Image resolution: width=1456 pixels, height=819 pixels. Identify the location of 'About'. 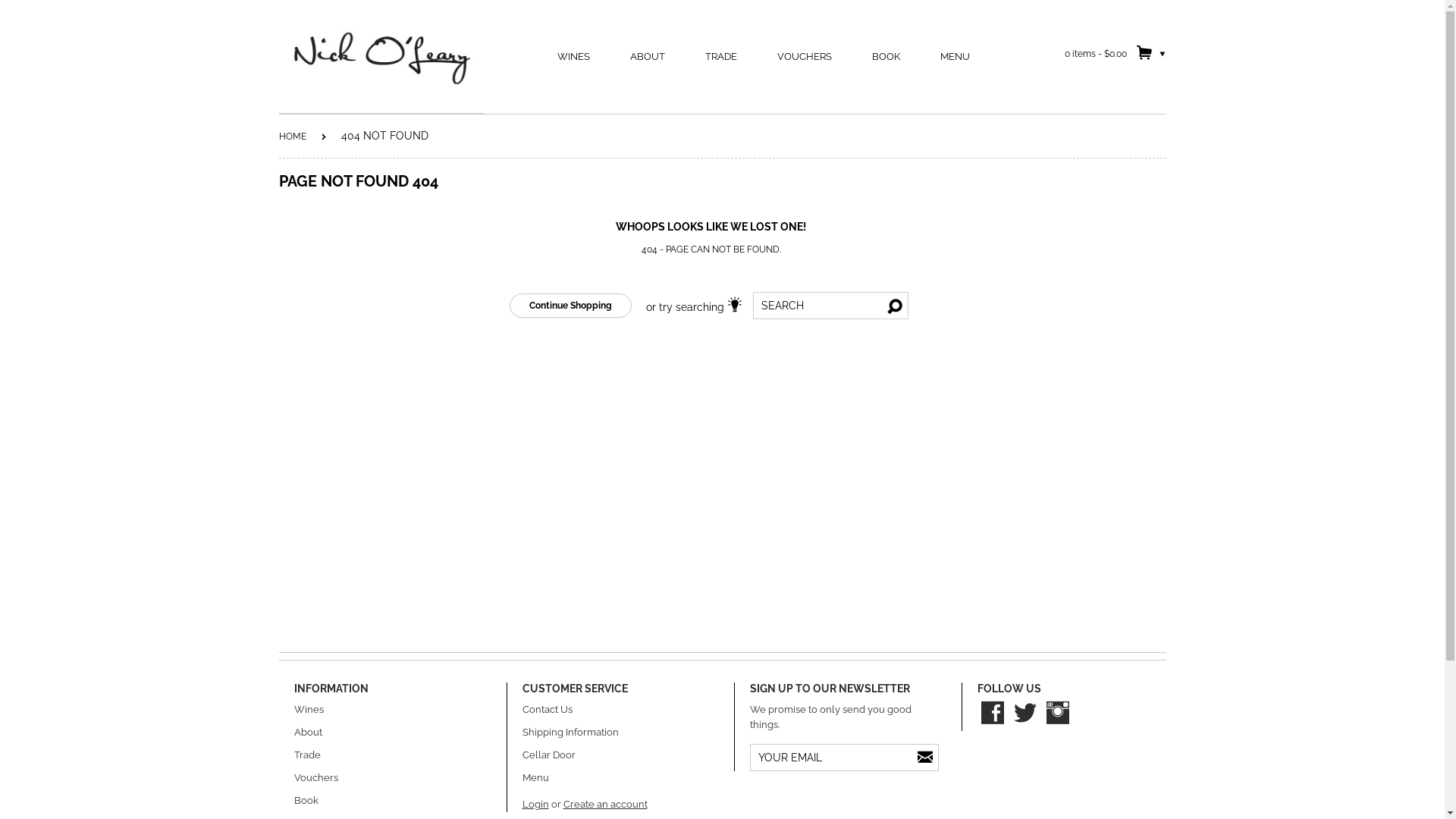
(307, 731).